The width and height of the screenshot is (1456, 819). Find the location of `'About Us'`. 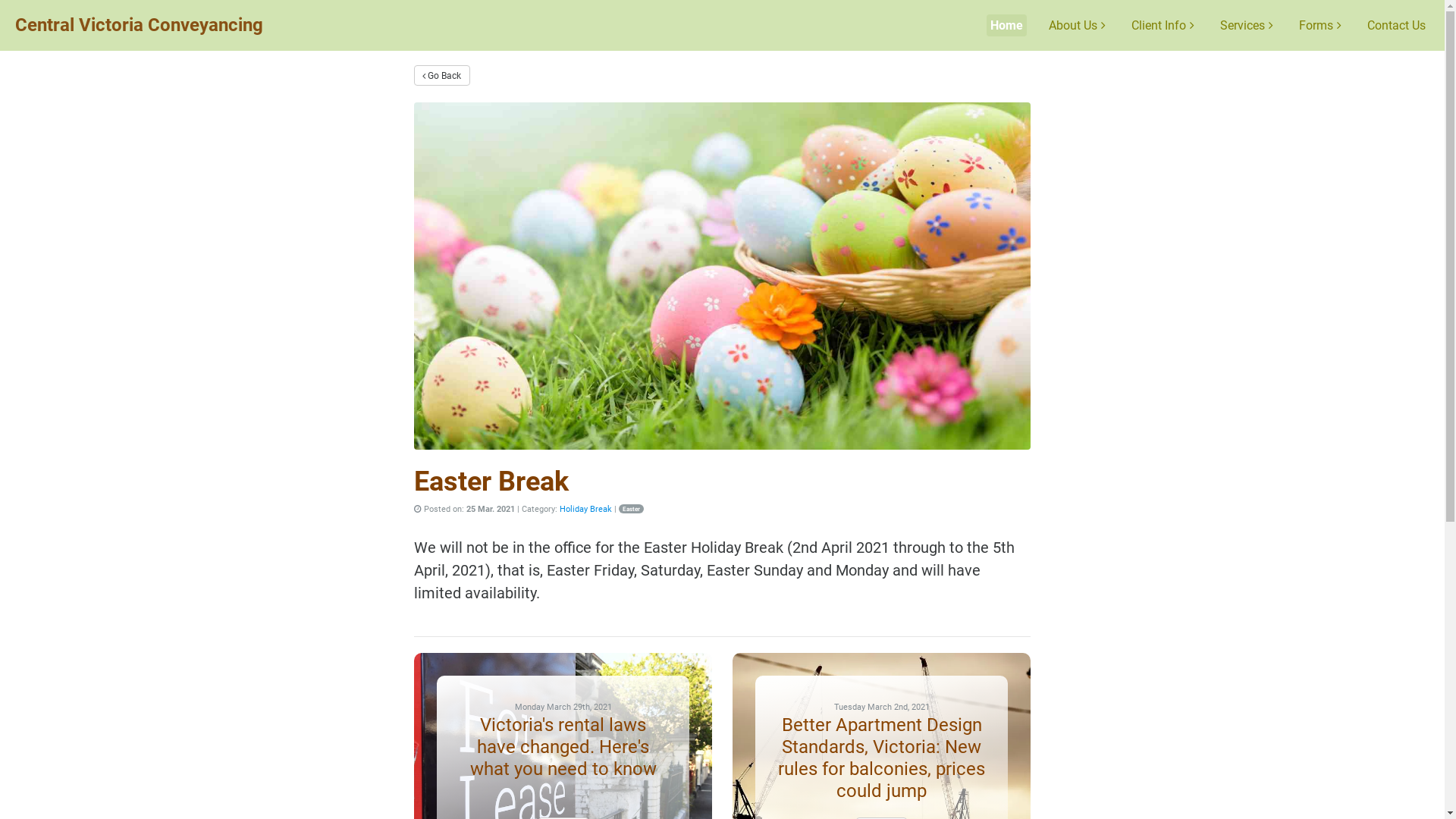

'About Us' is located at coordinates (1076, 25).